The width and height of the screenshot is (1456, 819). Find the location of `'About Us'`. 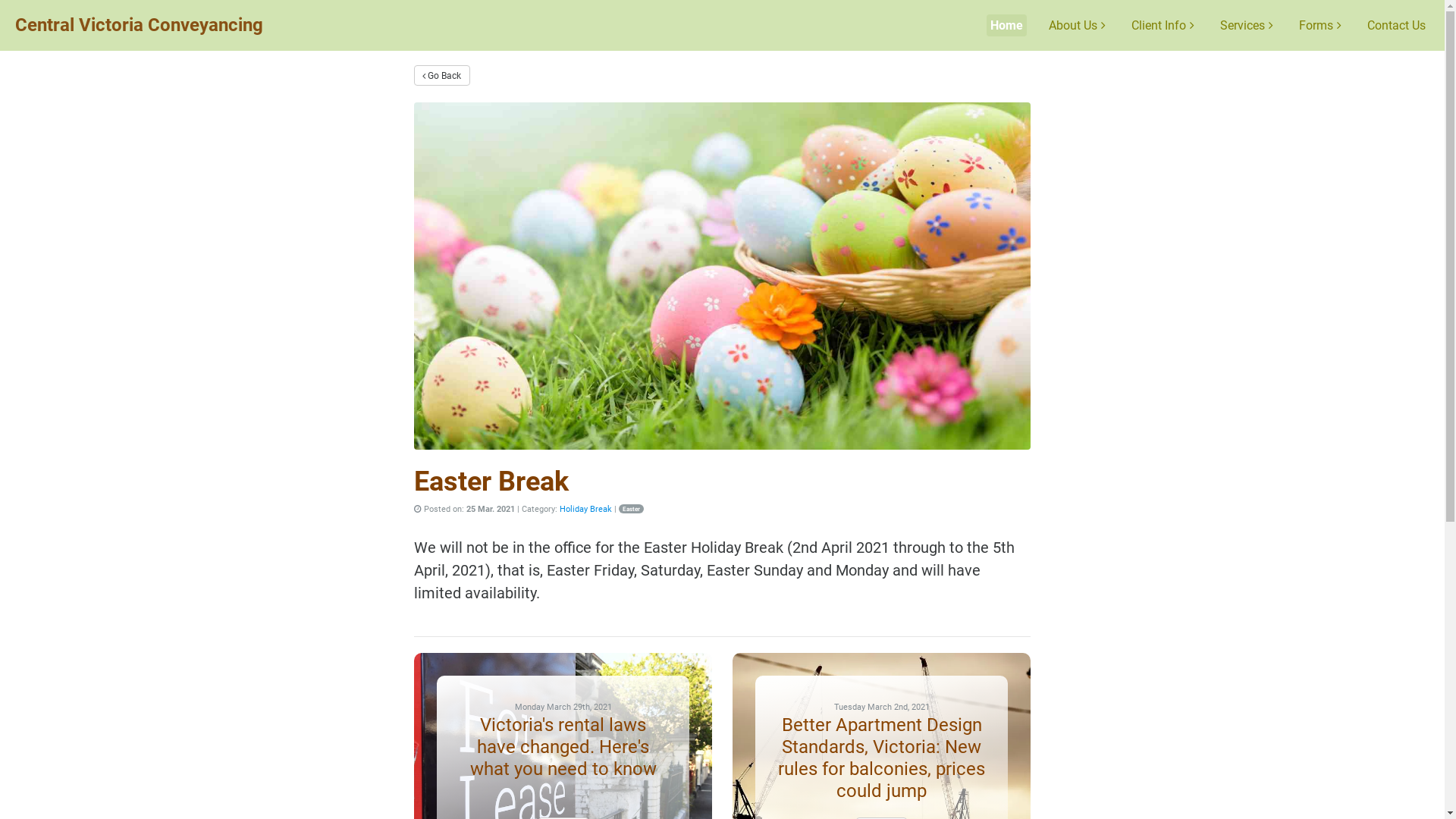

'About Us' is located at coordinates (1076, 25).